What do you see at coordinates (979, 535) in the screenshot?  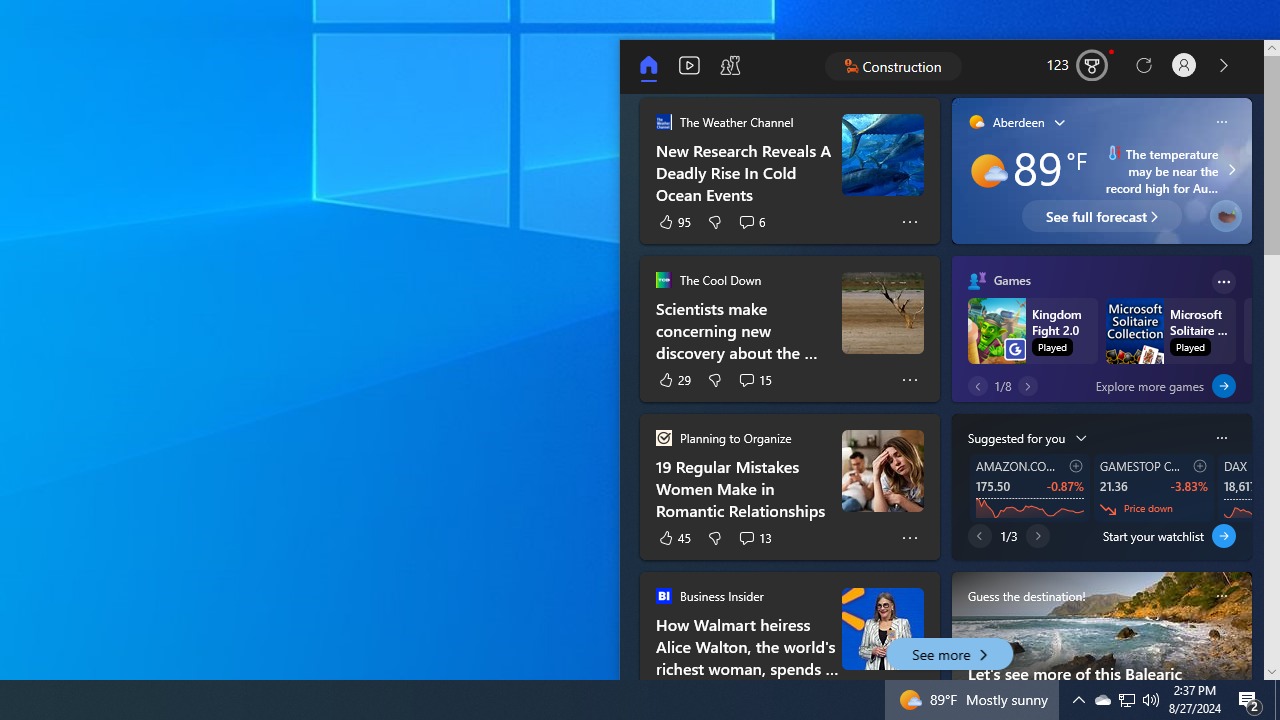 I see `'Previous page'` at bounding box center [979, 535].